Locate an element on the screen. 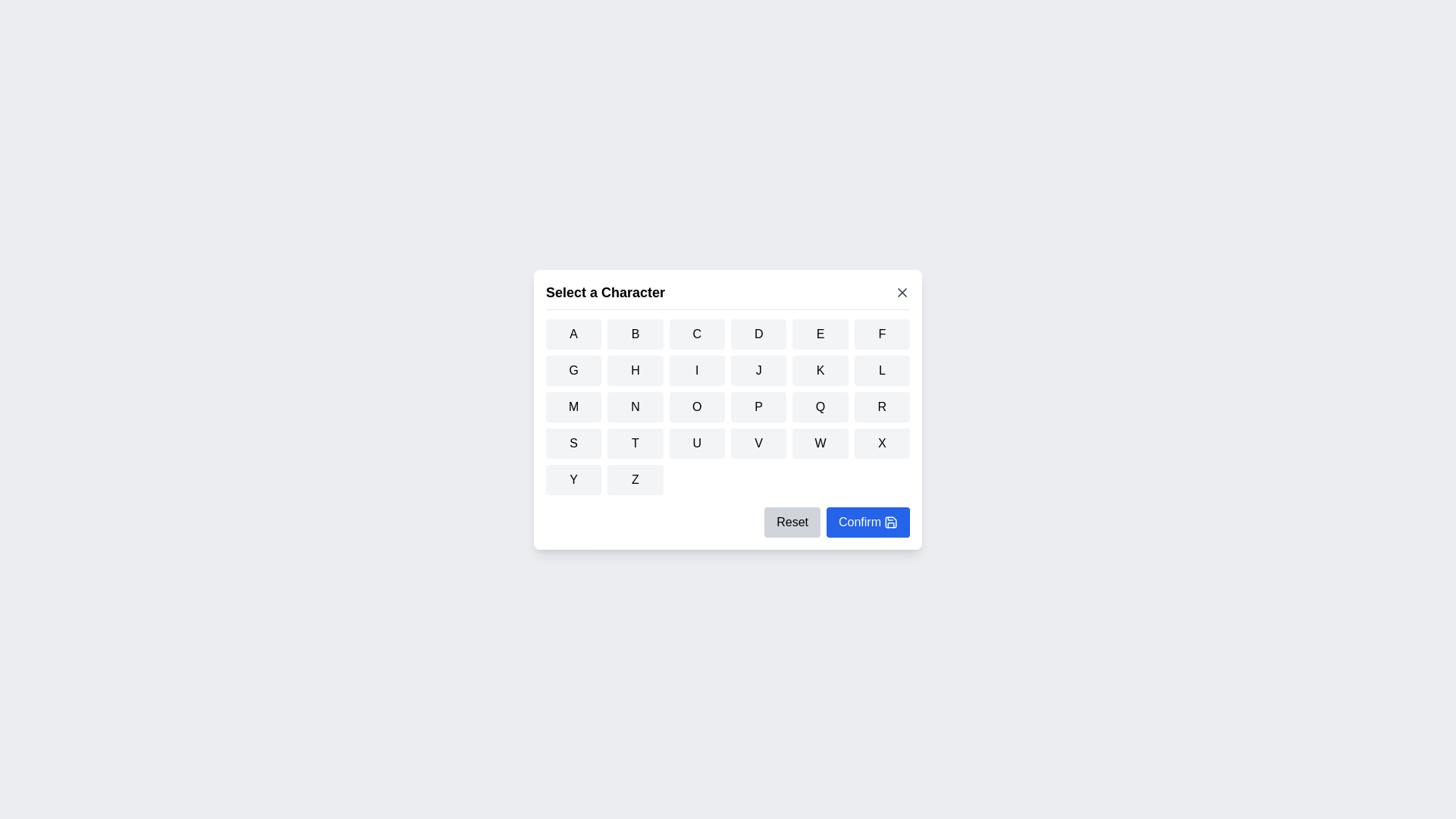  the button corresponding to the character U to select it is located at coordinates (695, 442).